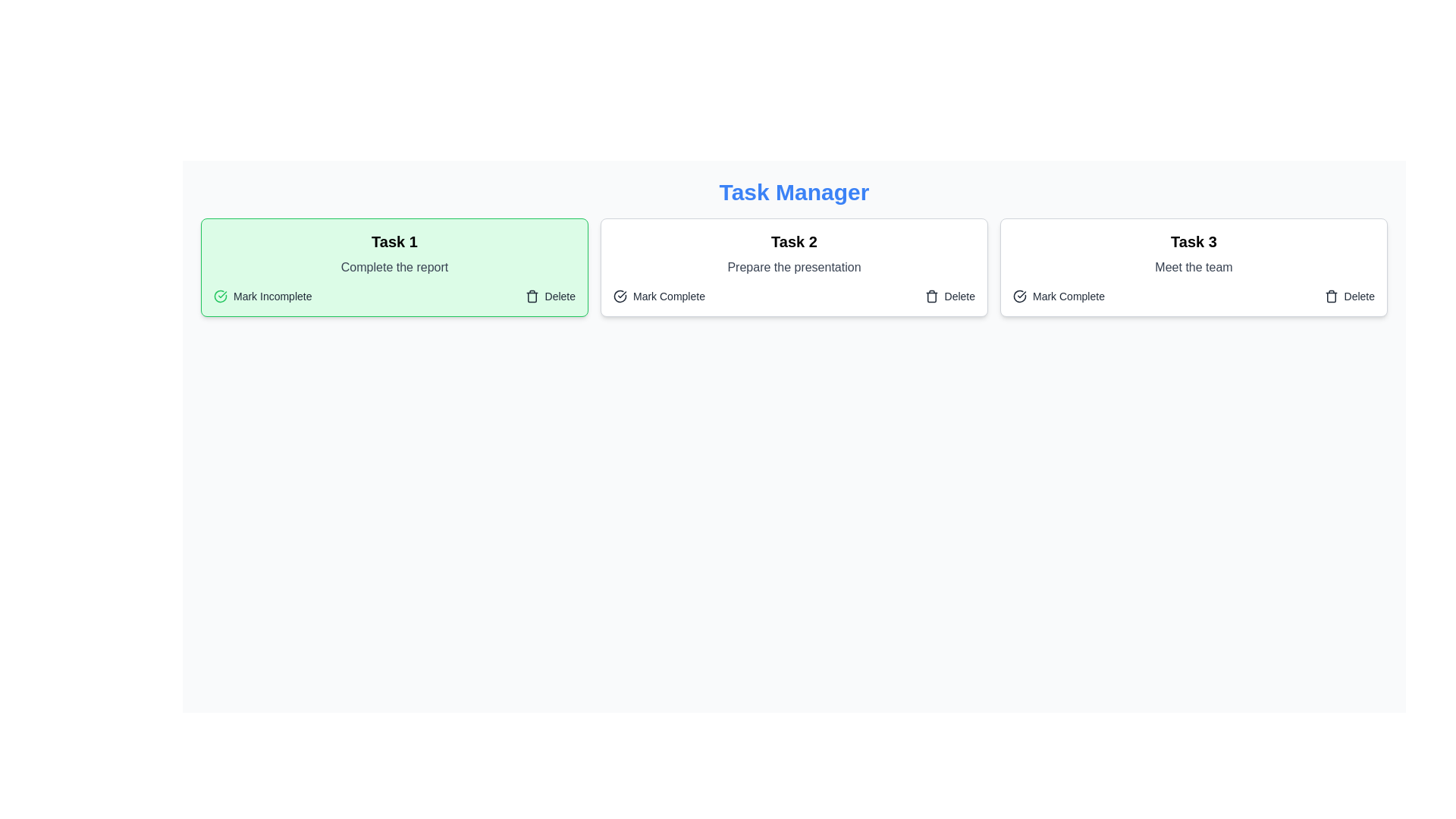 This screenshot has height=819, width=1456. I want to click on the 'Delete' static label, which is styled in dark gray and located towards the bottom-right corner of the Task 1 box, slightly to the right of a trash can icon, so click(559, 296).